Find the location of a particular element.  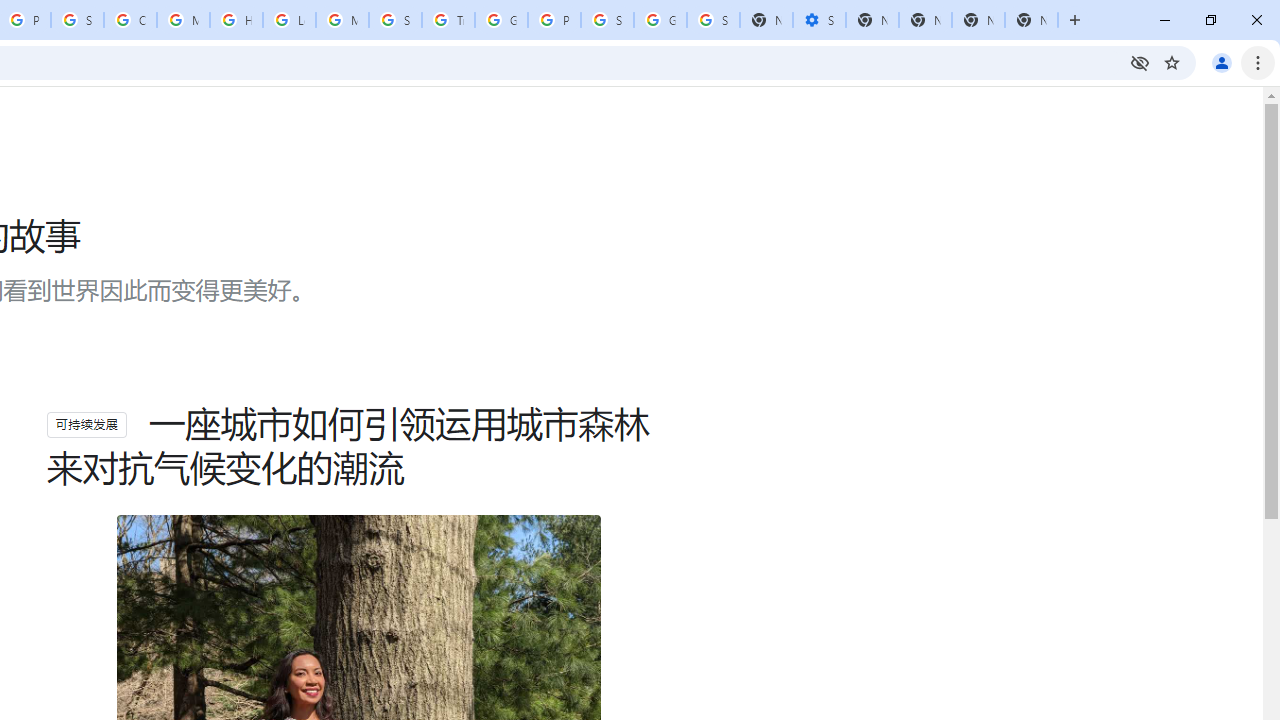

'Google Ads - Sign in' is located at coordinates (501, 20).